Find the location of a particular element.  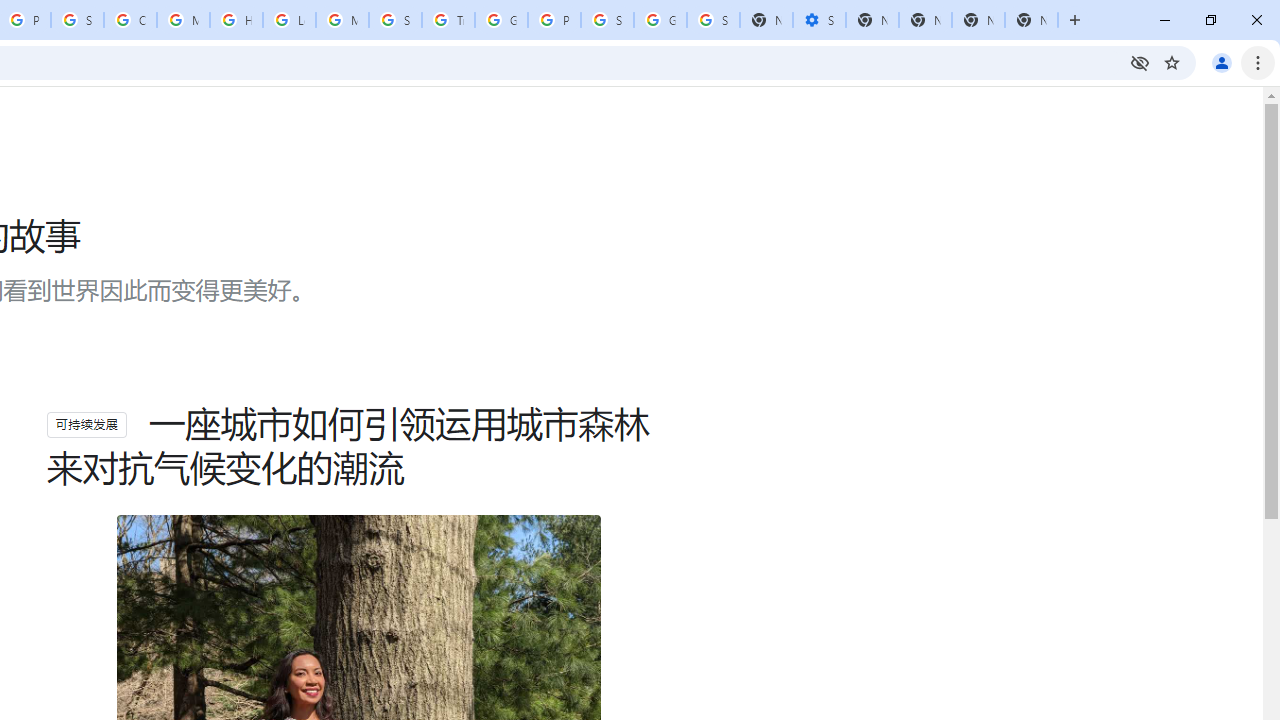

'Google Ads - Sign in' is located at coordinates (501, 20).